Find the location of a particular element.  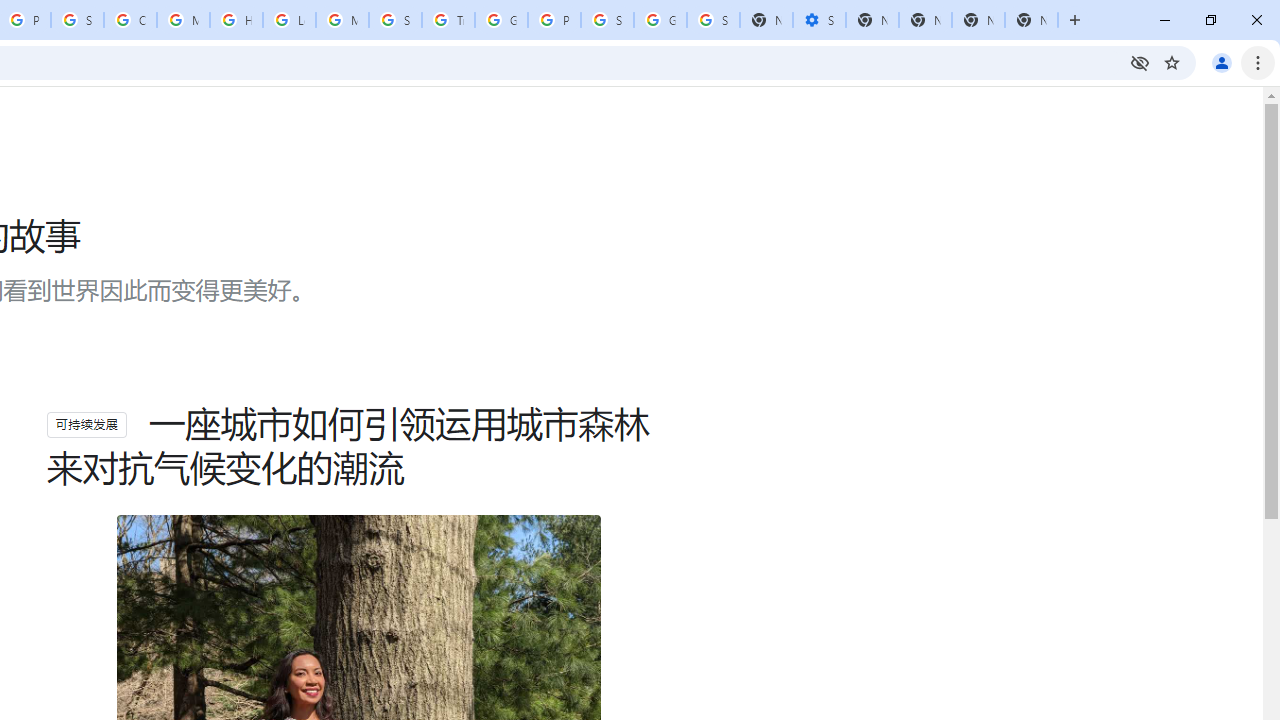

'Google Ads - Sign in' is located at coordinates (501, 20).